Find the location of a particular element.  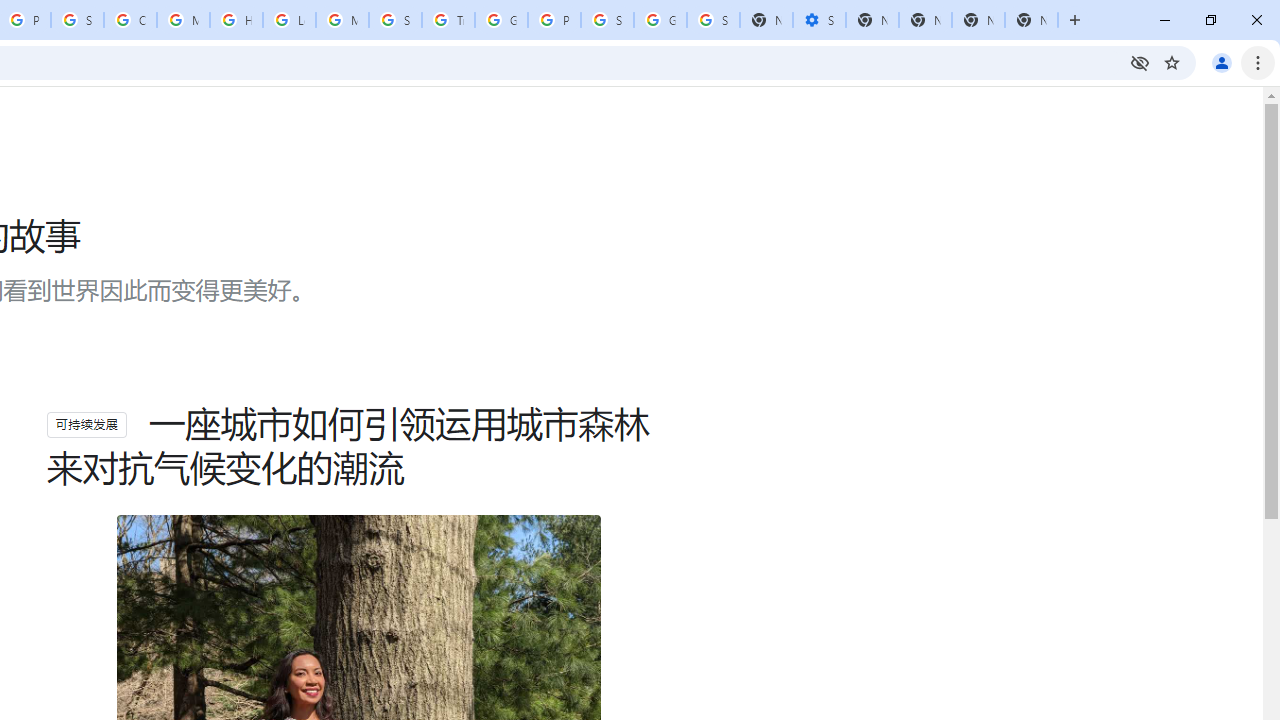

'Google Ads - Sign in' is located at coordinates (501, 20).